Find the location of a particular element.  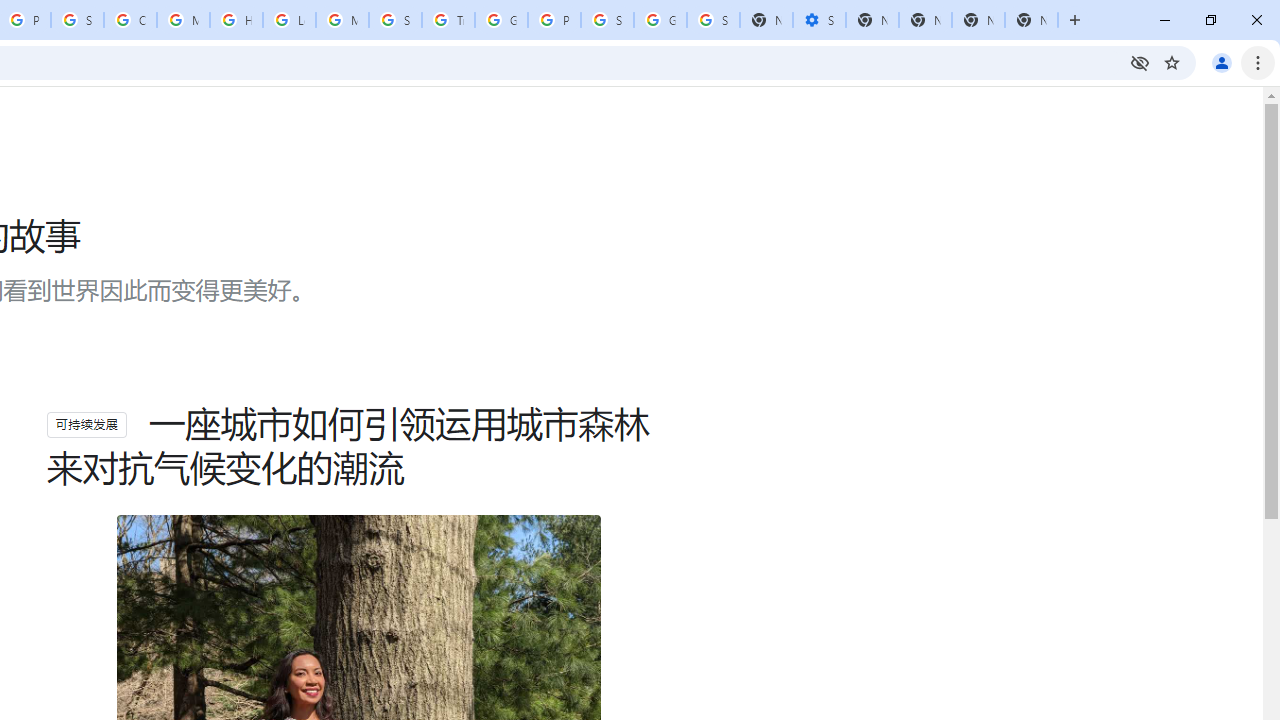

'Google Ads - Sign in' is located at coordinates (501, 20).